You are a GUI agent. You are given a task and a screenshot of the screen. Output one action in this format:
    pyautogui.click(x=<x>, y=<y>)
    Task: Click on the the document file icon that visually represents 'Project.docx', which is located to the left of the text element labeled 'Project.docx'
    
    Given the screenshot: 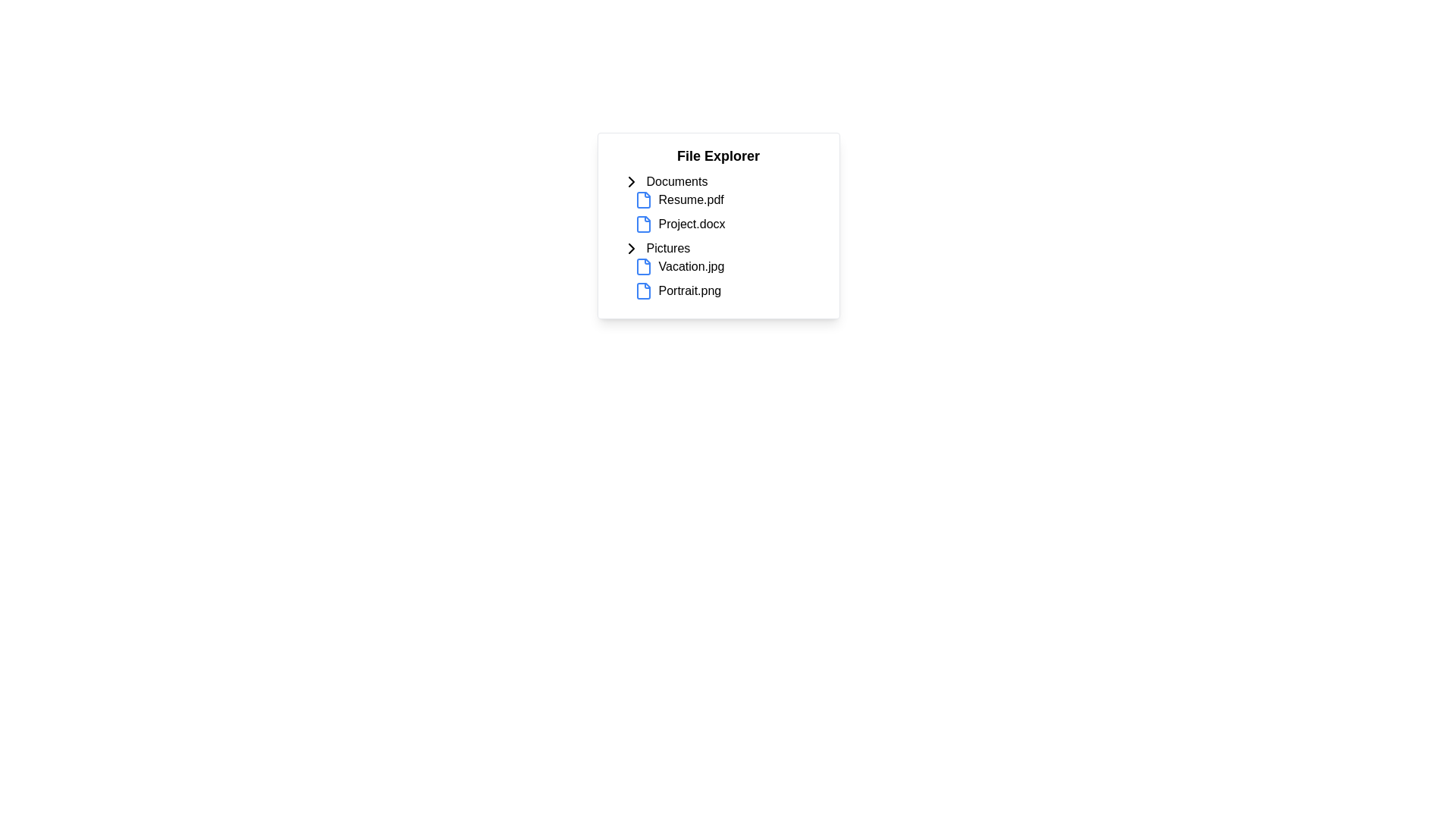 What is the action you would take?
    pyautogui.click(x=643, y=224)
    